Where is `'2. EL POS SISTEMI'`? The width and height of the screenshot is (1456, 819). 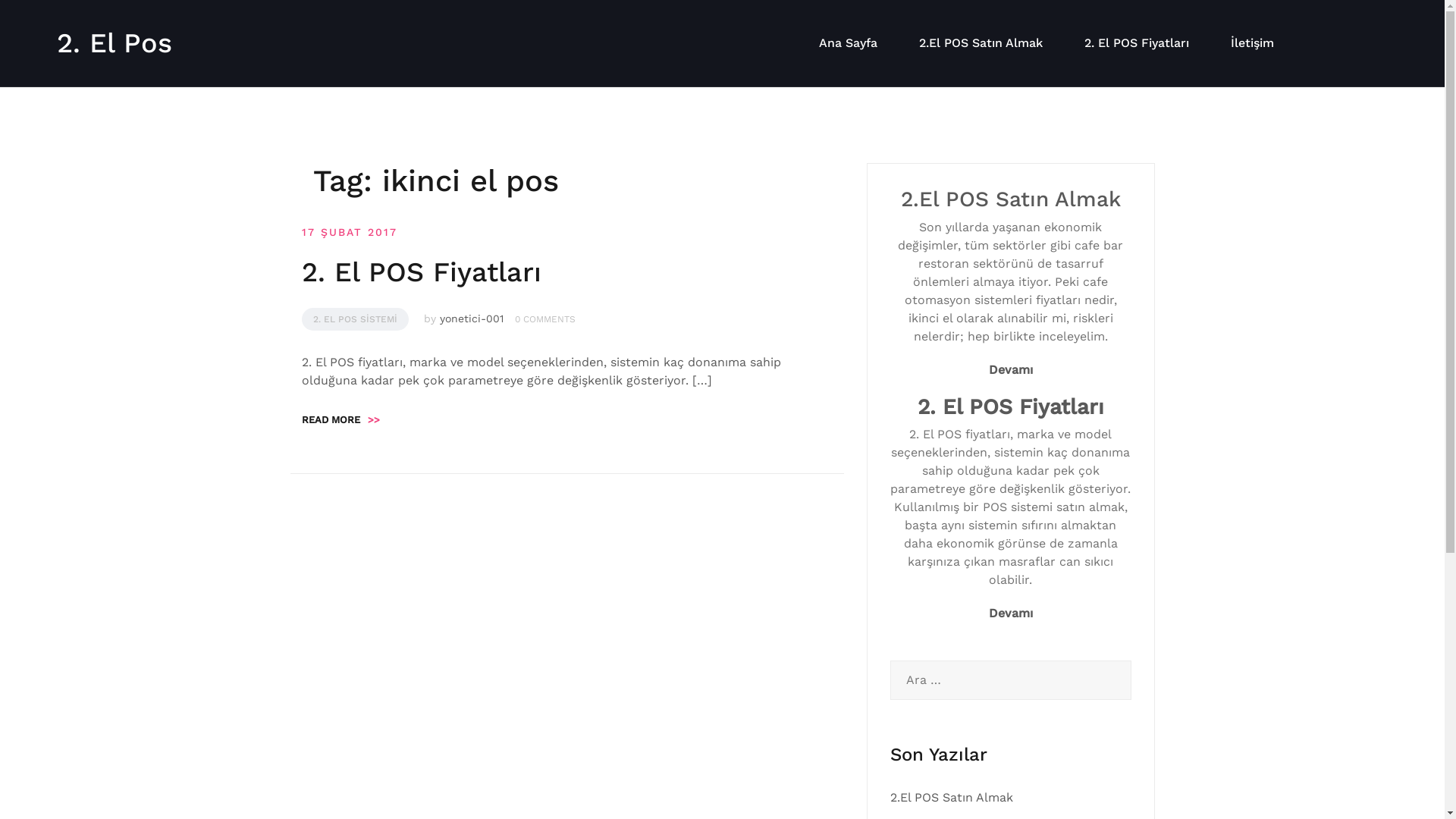 '2. EL POS SISTEMI' is located at coordinates (354, 318).